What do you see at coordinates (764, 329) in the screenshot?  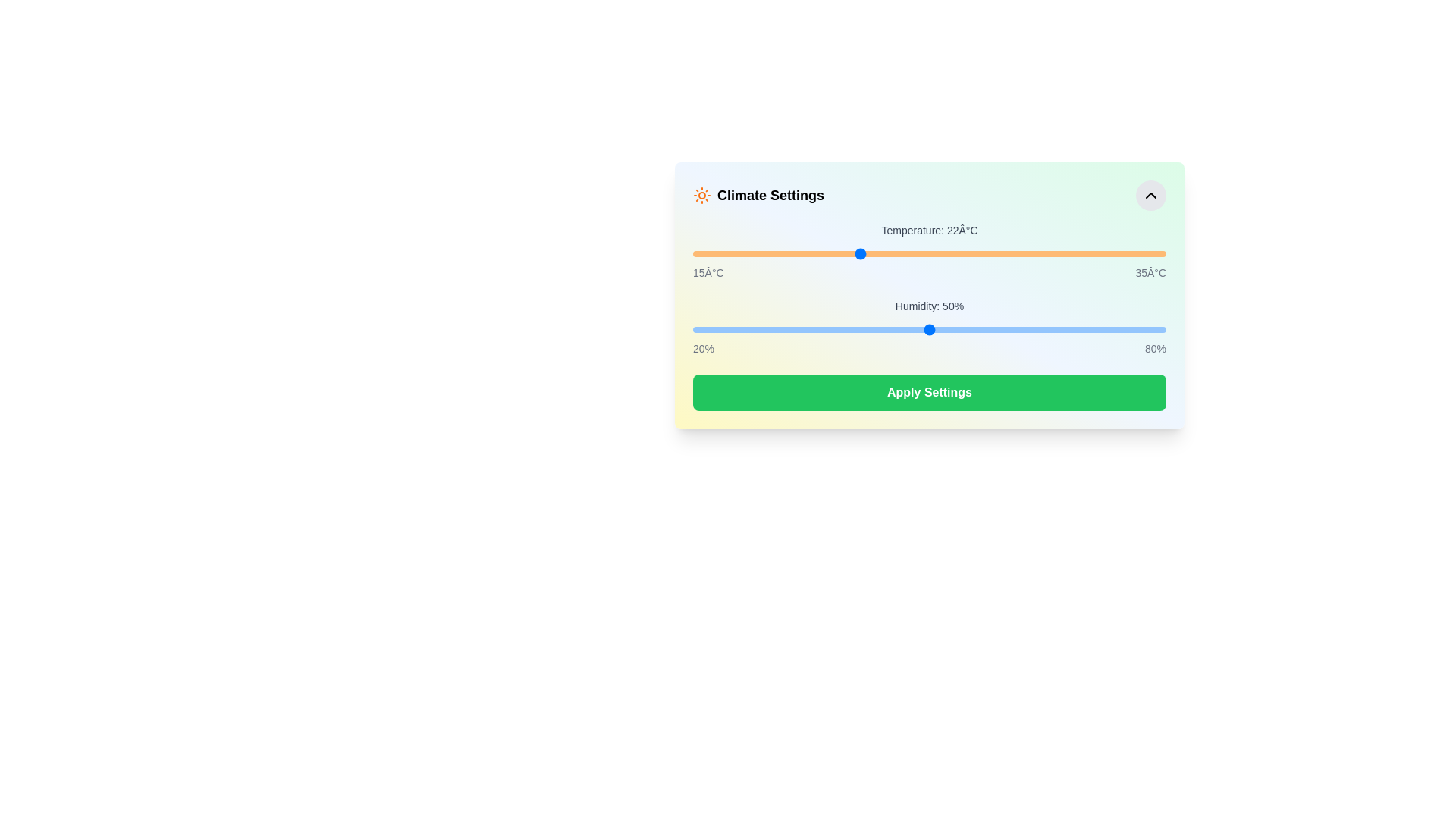 I see `humidity` at bounding box center [764, 329].